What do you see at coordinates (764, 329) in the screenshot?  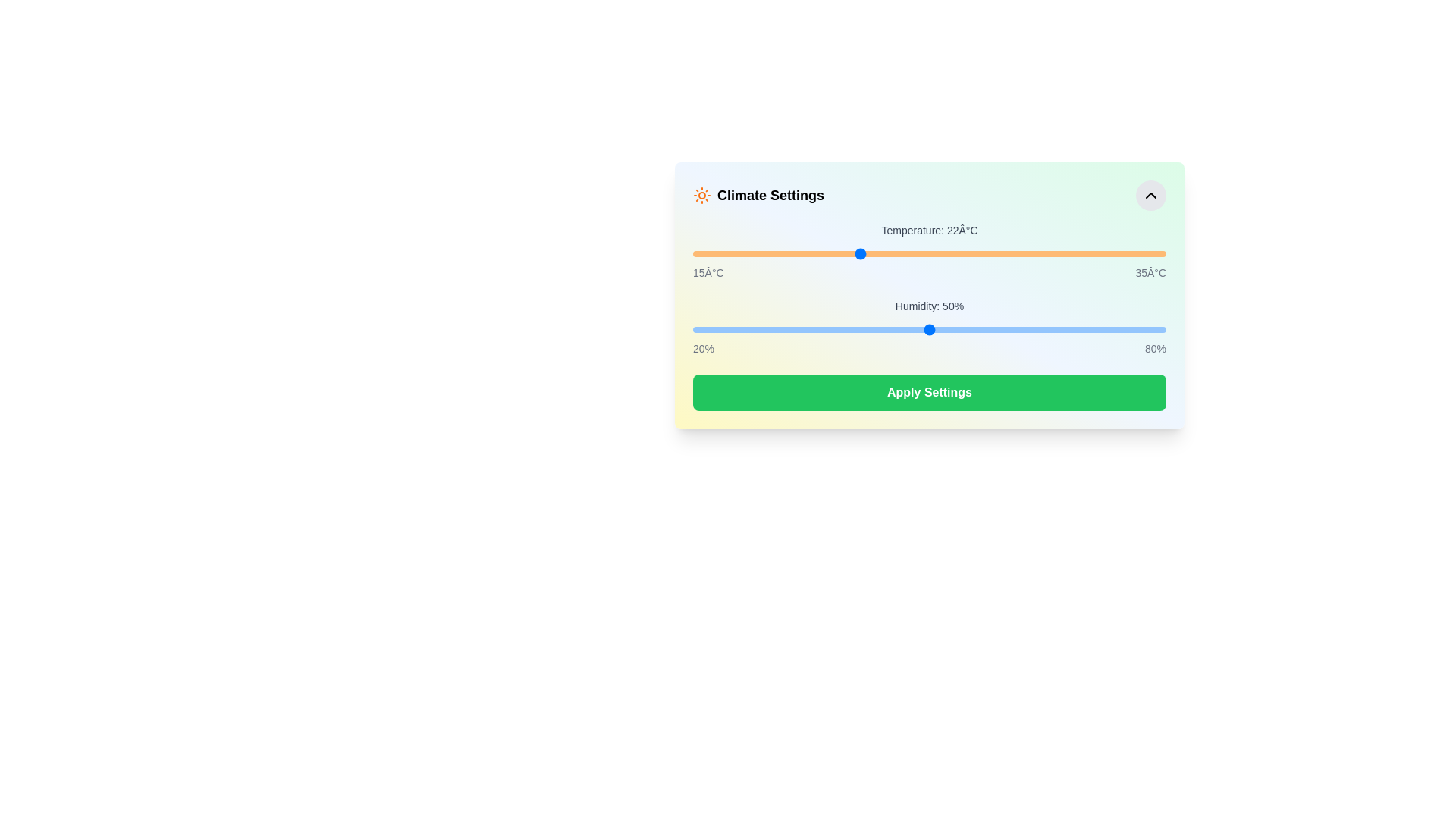 I see `humidity` at bounding box center [764, 329].